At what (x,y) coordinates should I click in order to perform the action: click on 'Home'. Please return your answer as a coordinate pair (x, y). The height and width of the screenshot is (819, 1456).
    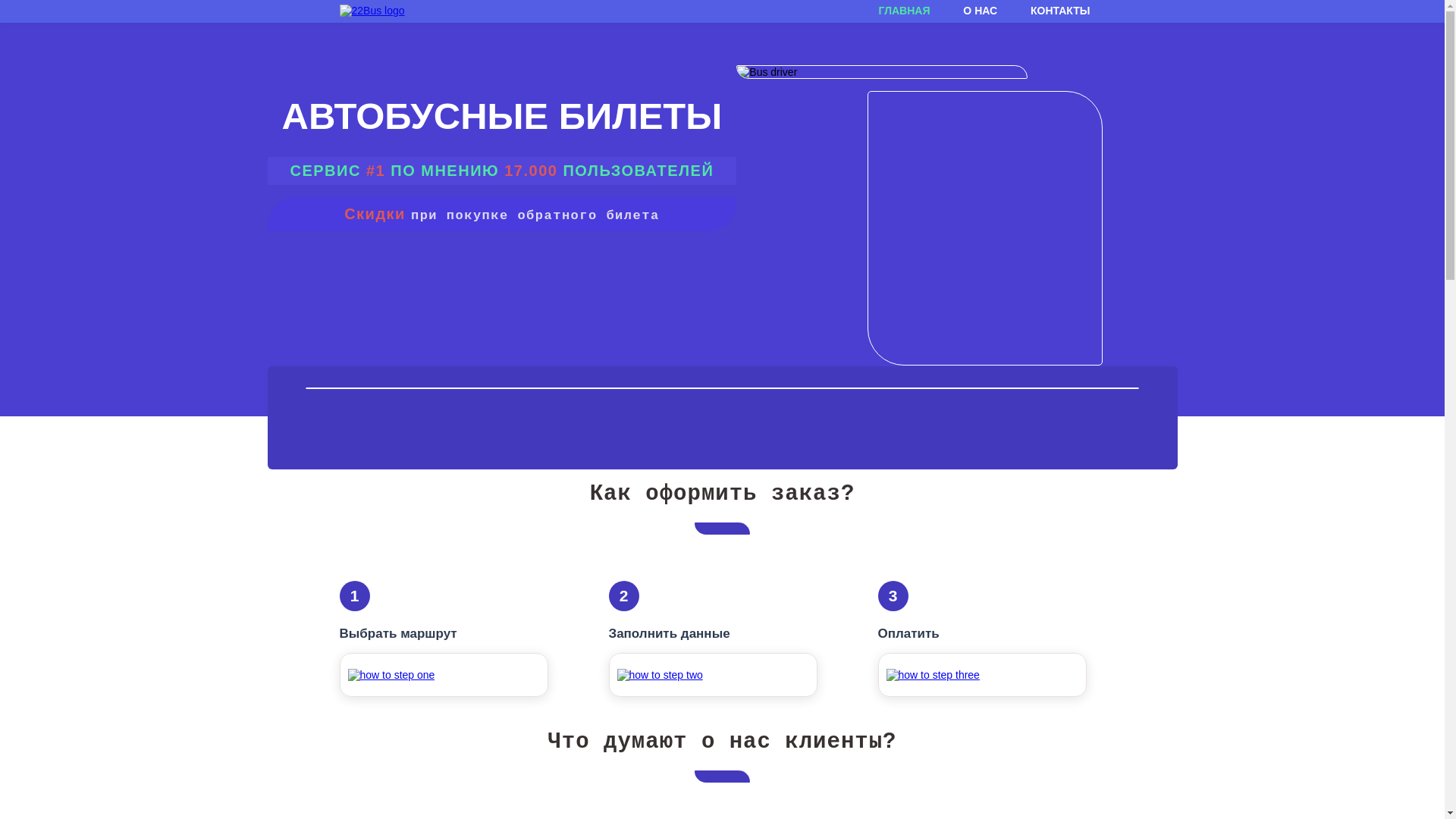
    Looking at the image, I should click on (372, 11).